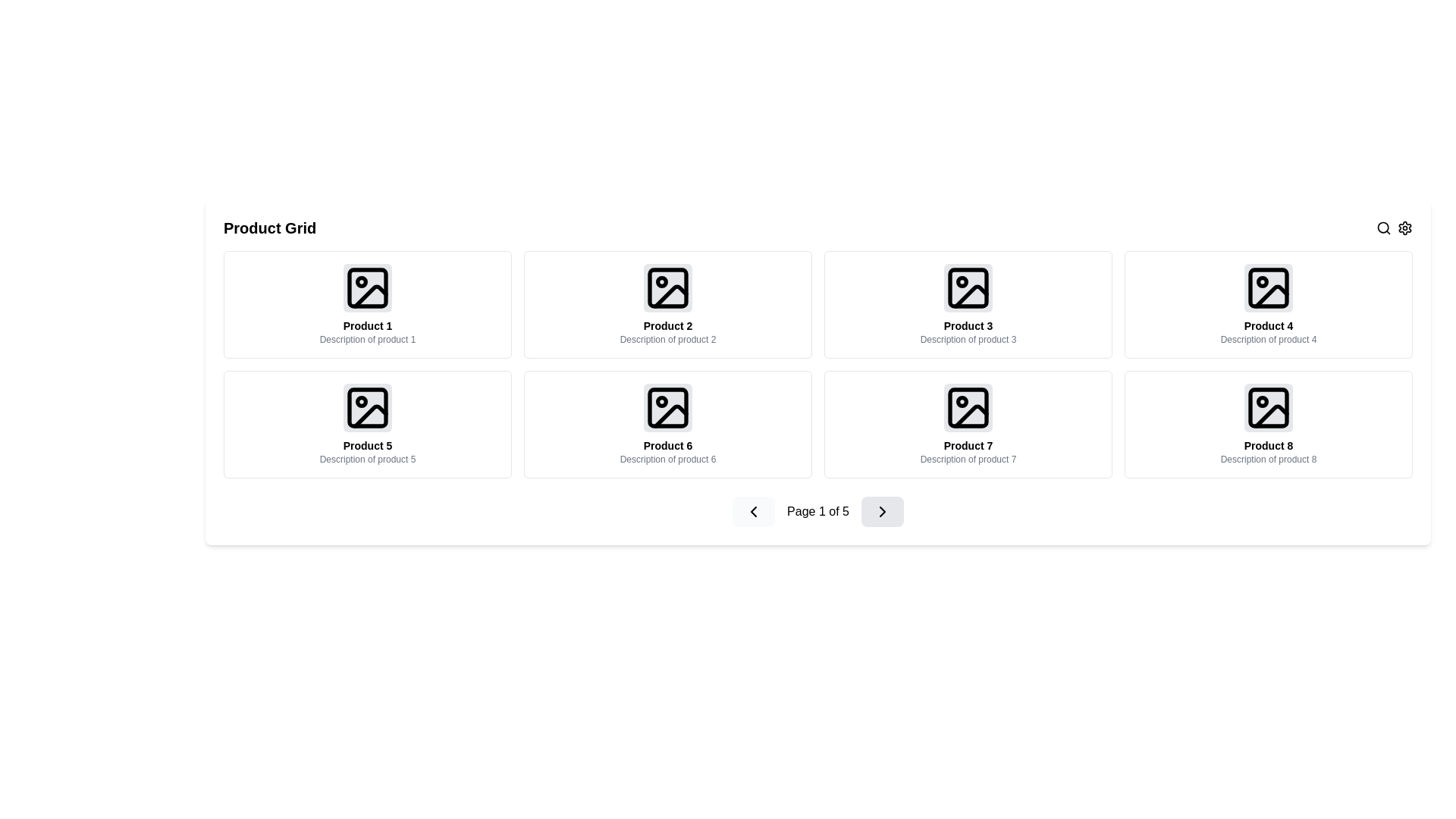 This screenshot has width=1456, height=819. Describe the element at coordinates (967, 288) in the screenshot. I see `the Decorative vector element within the icon of the card labeled 'Product 3', which is the third card from the left in the top row of the product grid` at that location.